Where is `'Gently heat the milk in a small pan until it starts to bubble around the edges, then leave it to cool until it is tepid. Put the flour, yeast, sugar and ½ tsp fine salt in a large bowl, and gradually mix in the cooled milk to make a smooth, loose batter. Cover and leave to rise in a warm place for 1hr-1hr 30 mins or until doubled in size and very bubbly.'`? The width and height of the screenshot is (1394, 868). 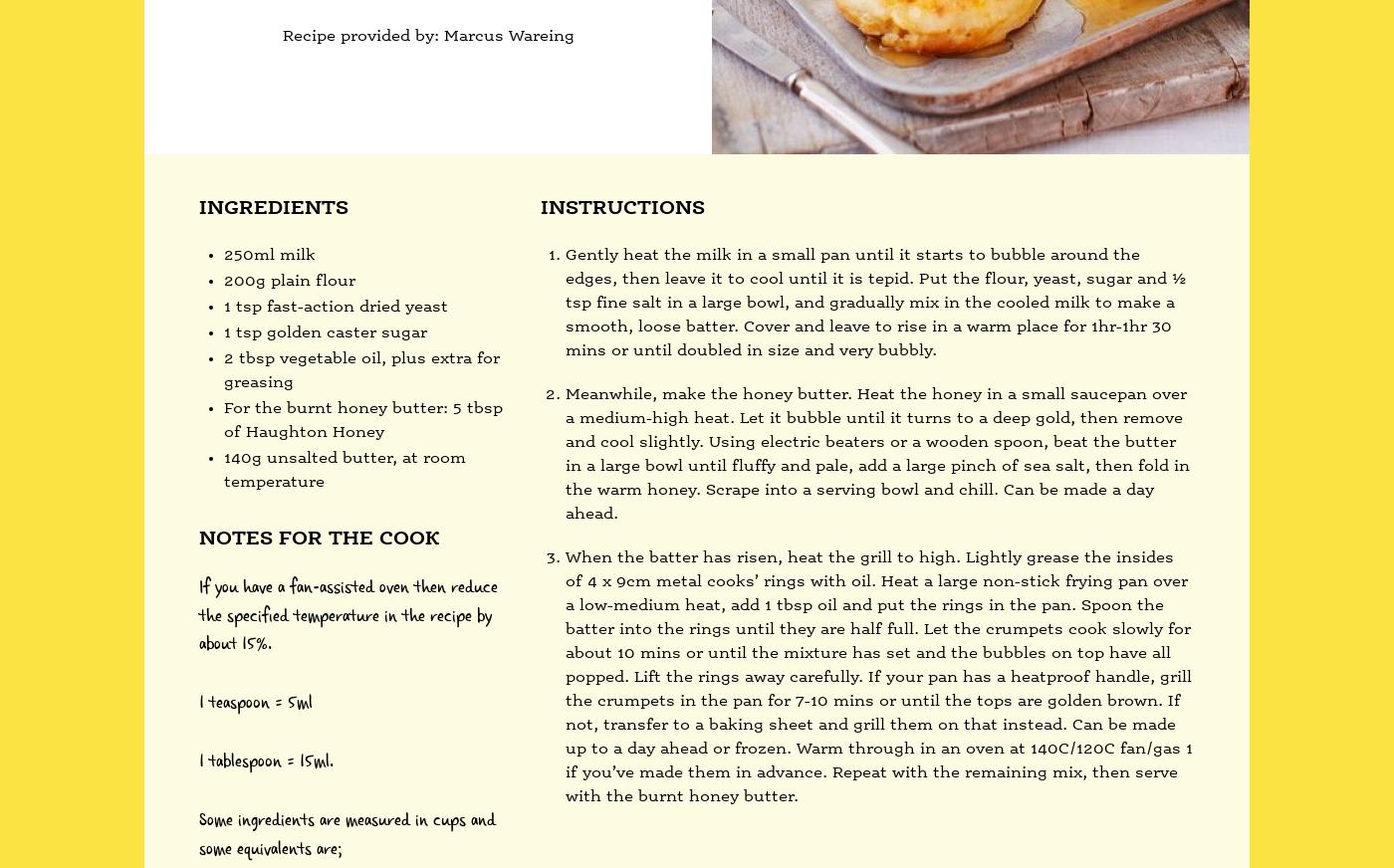
'Gently heat the milk in a small pan until it starts to bubble around the edges, then leave it to cool until it is tepid. Put the flour, yeast, sugar and ½ tsp fine salt in a large bowl, and gradually mix in the cooled milk to make a smooth, loose batter. Cover and leave to rise in a warm place for 1hr-1hr 30 mins or until doubled in size and very bubbly.' is located at coordinates (875, 301).